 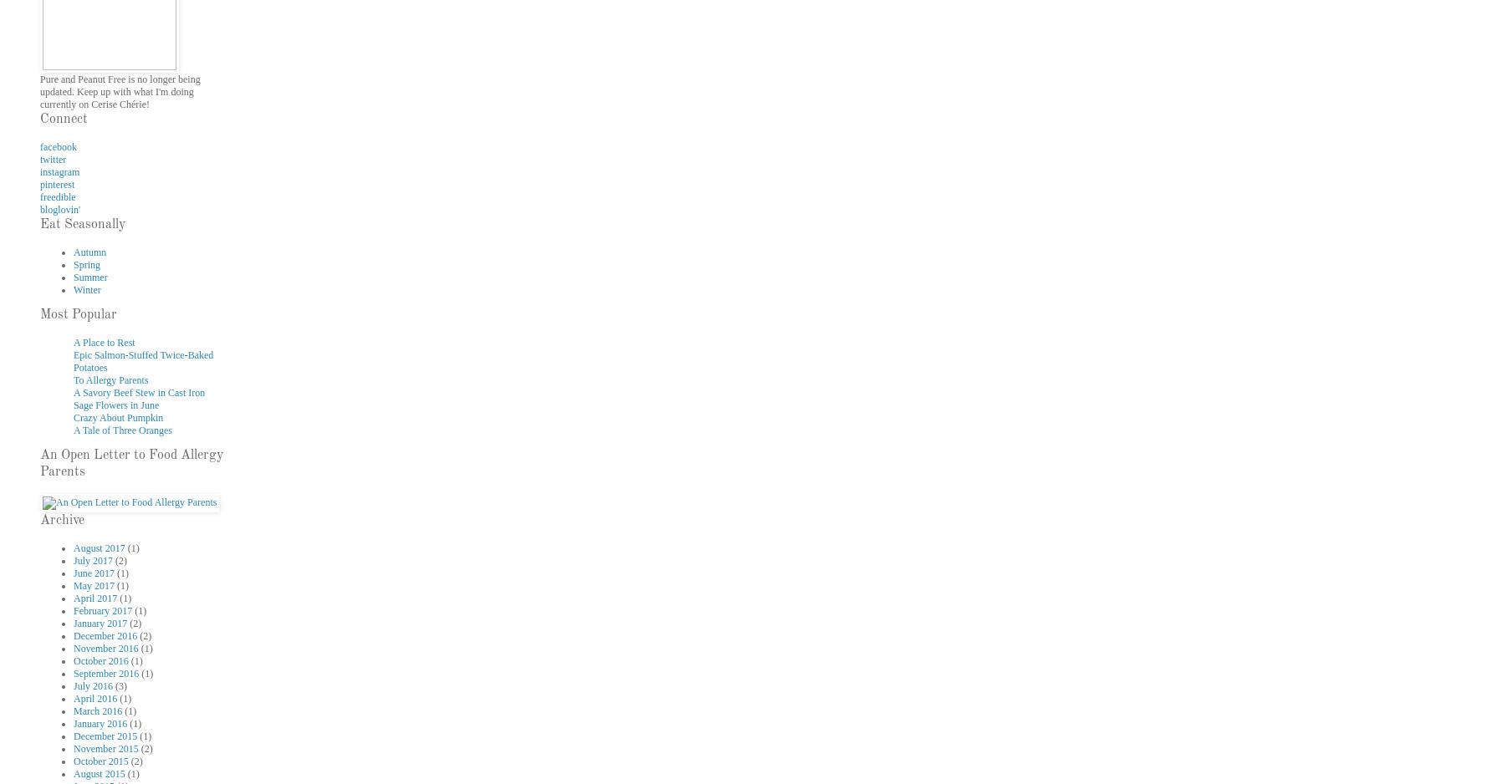 What do you see at coordinates (58, 196) in the screenshot?
I see `'freedible'` at bounding box center [58, 196].